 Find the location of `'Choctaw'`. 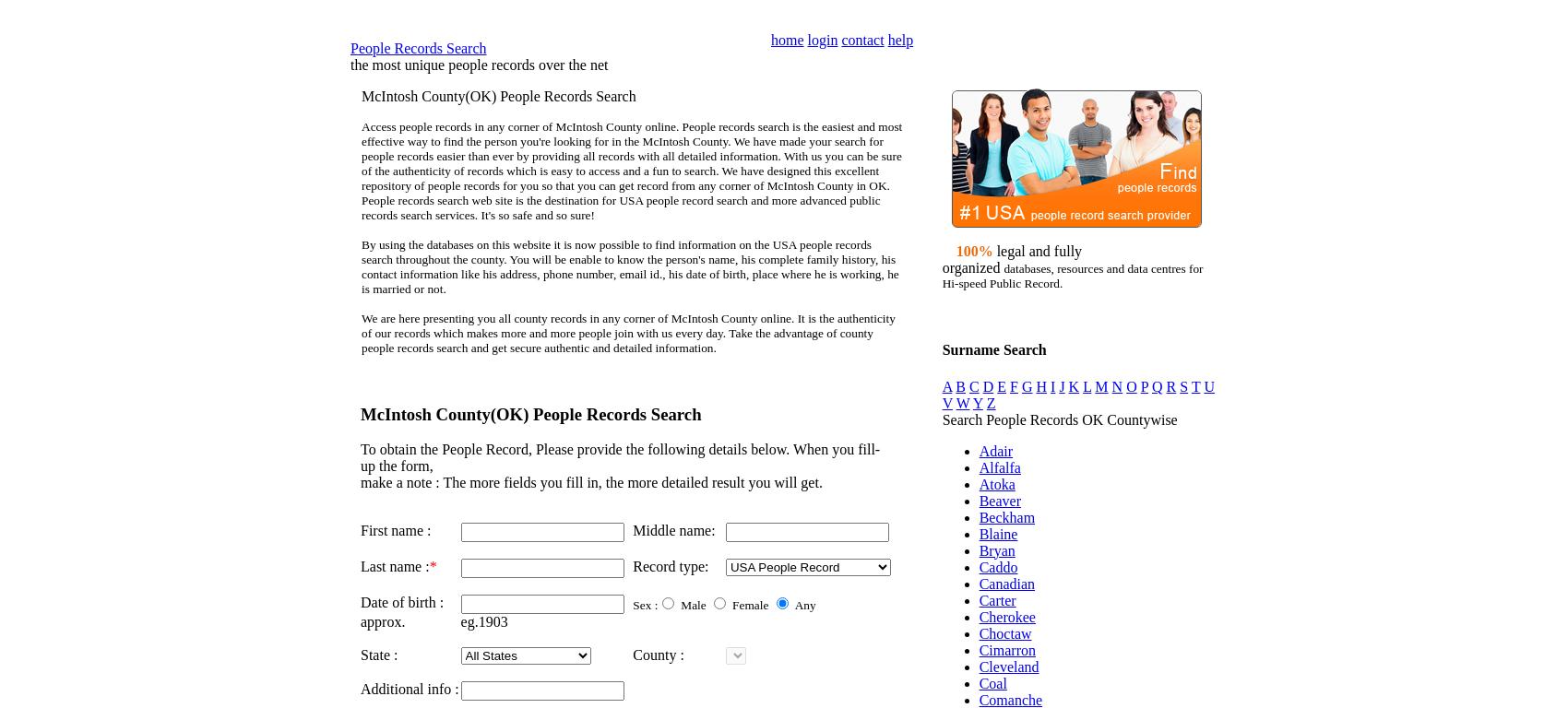

'Choctaw' is located at coordinates (977, 632).